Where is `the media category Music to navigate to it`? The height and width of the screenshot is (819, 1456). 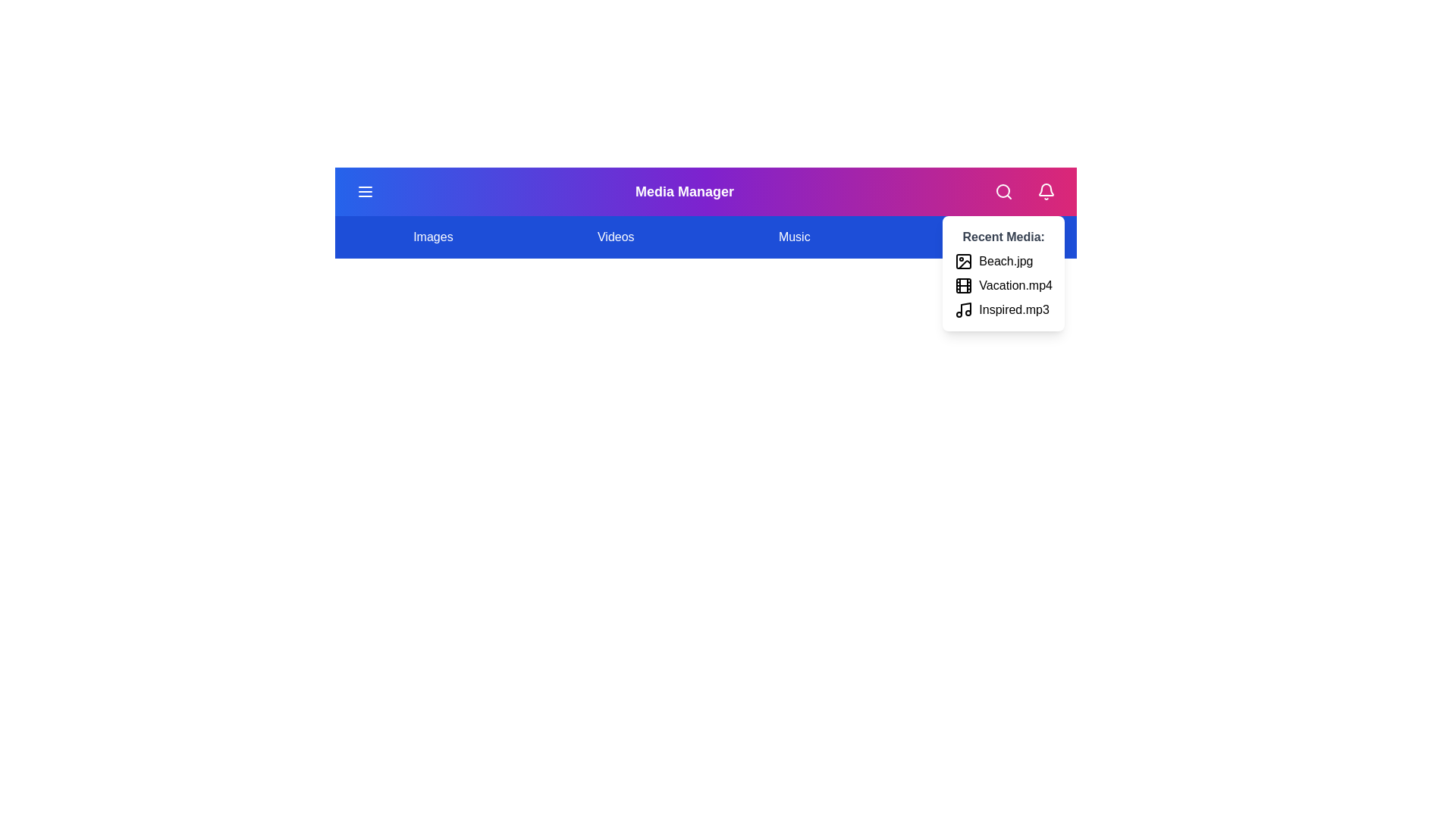 the media category Music to navigate to it is located at coordinates (793, 237).